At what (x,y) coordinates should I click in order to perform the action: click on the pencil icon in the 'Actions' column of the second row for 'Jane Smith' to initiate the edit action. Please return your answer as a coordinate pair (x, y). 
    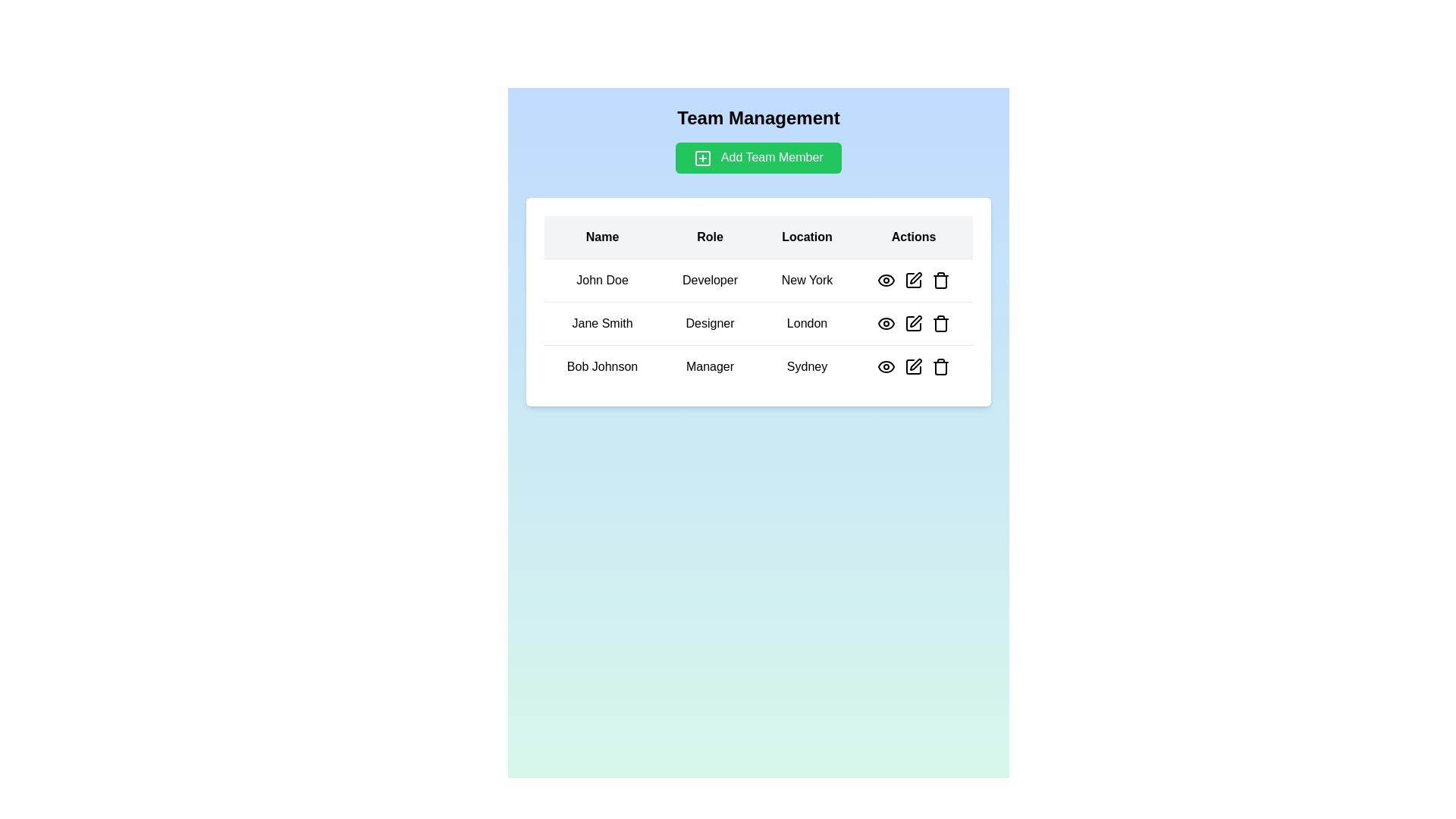
    Looking at the image, I should click on (912, 322).